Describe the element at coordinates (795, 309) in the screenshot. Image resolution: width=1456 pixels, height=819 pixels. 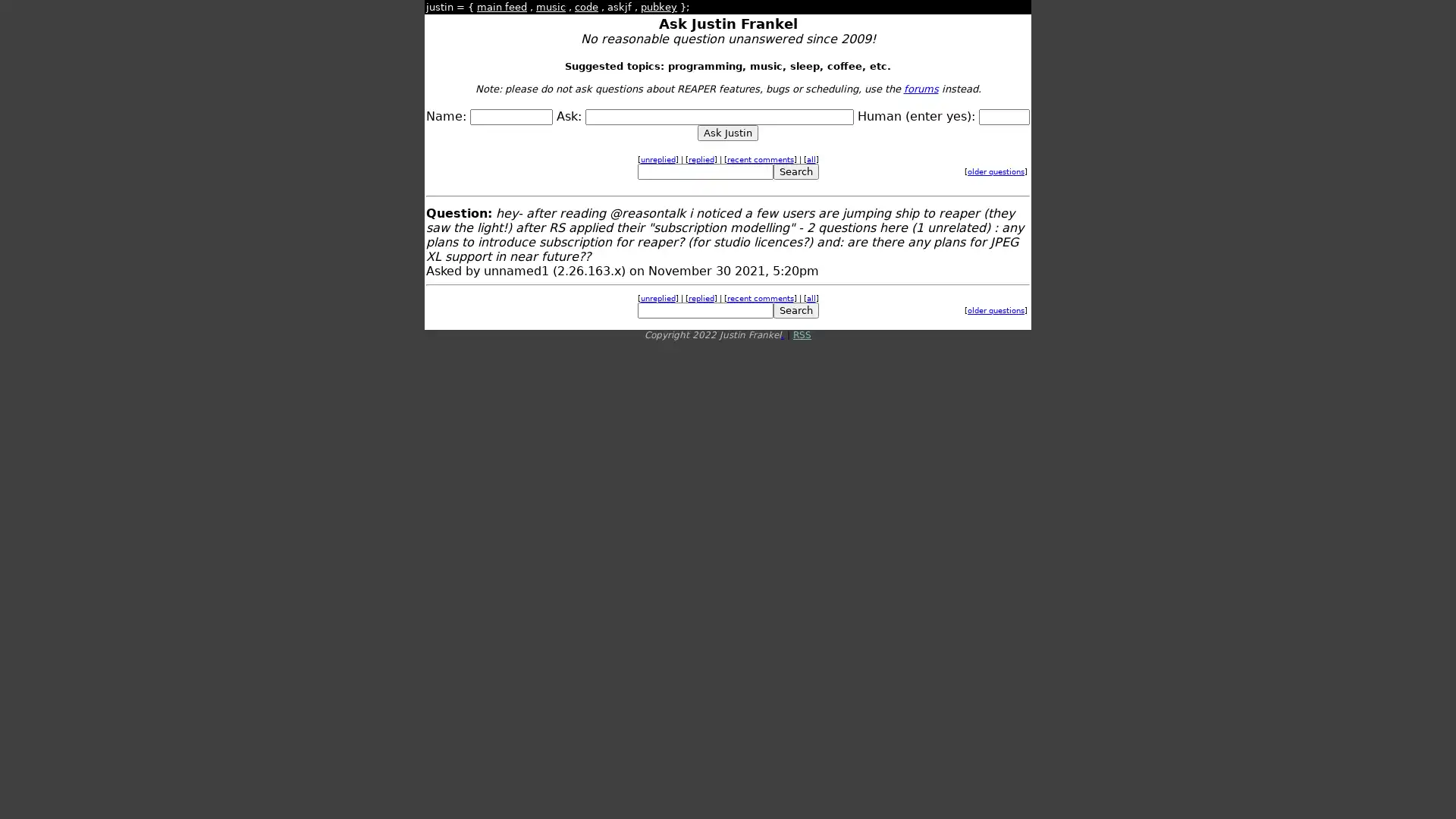
I see `Search` at that location.